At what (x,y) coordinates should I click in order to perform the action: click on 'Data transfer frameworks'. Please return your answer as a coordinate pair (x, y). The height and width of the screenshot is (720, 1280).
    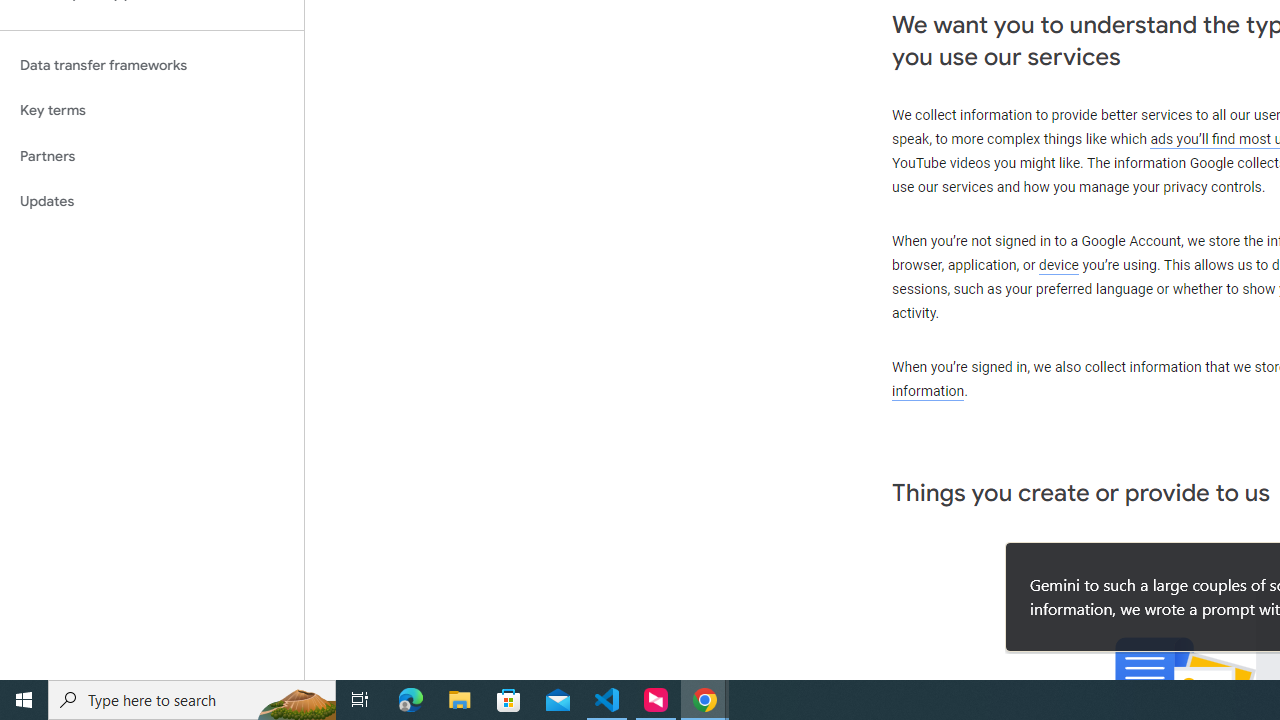
    Looking at the image, I should click on (151, 64).